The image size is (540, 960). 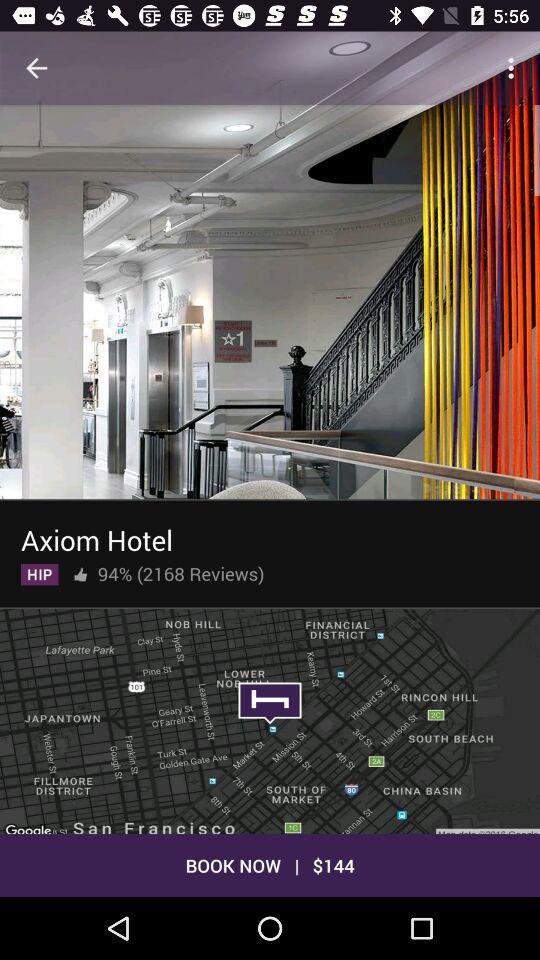 I want to click on the item above the book now   |   $144, so click(x=270, y=719).